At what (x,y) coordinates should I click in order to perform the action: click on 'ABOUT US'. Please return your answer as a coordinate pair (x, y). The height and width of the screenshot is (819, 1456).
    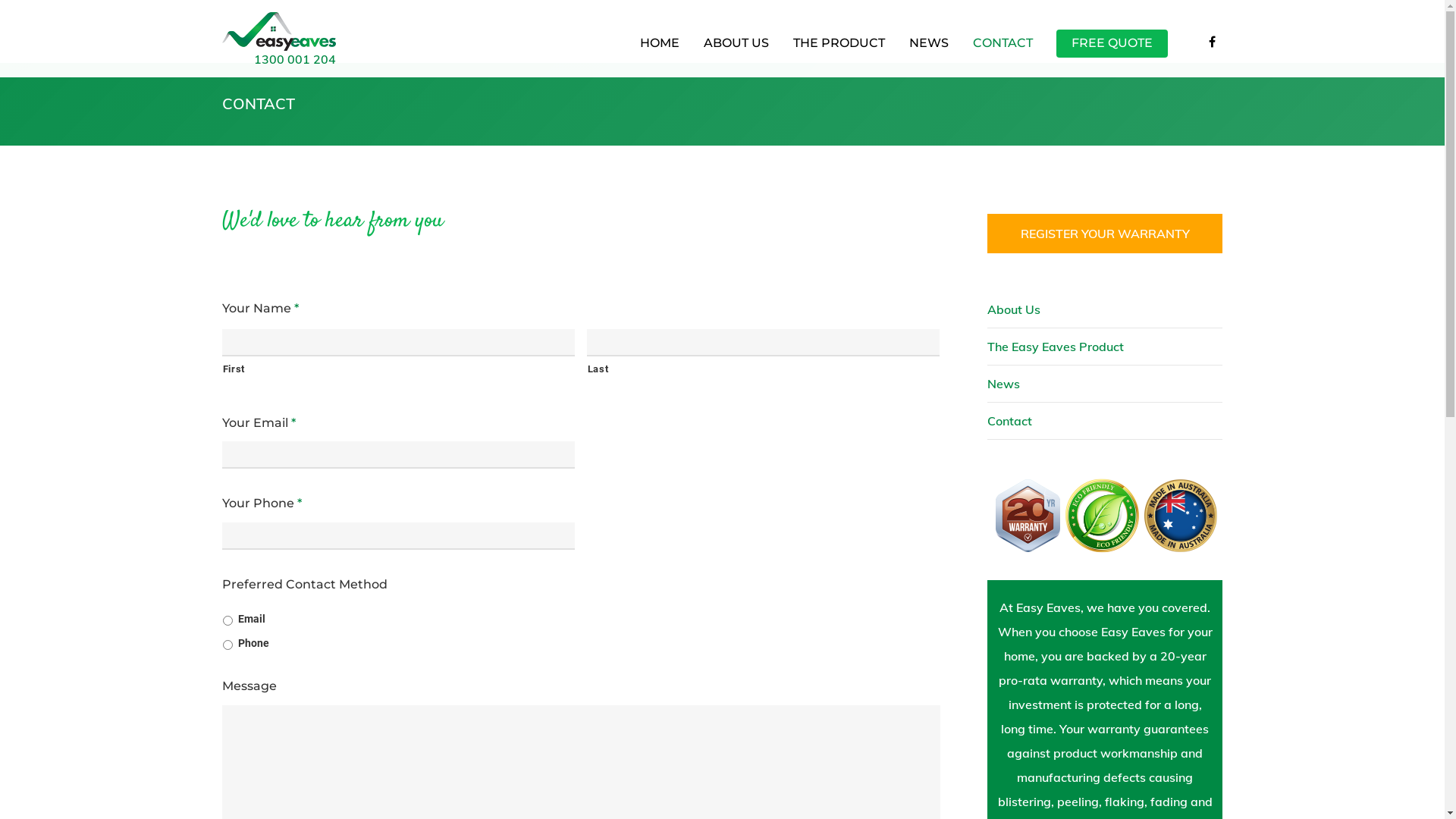
    Looking at the image, I should click on (691, 49).